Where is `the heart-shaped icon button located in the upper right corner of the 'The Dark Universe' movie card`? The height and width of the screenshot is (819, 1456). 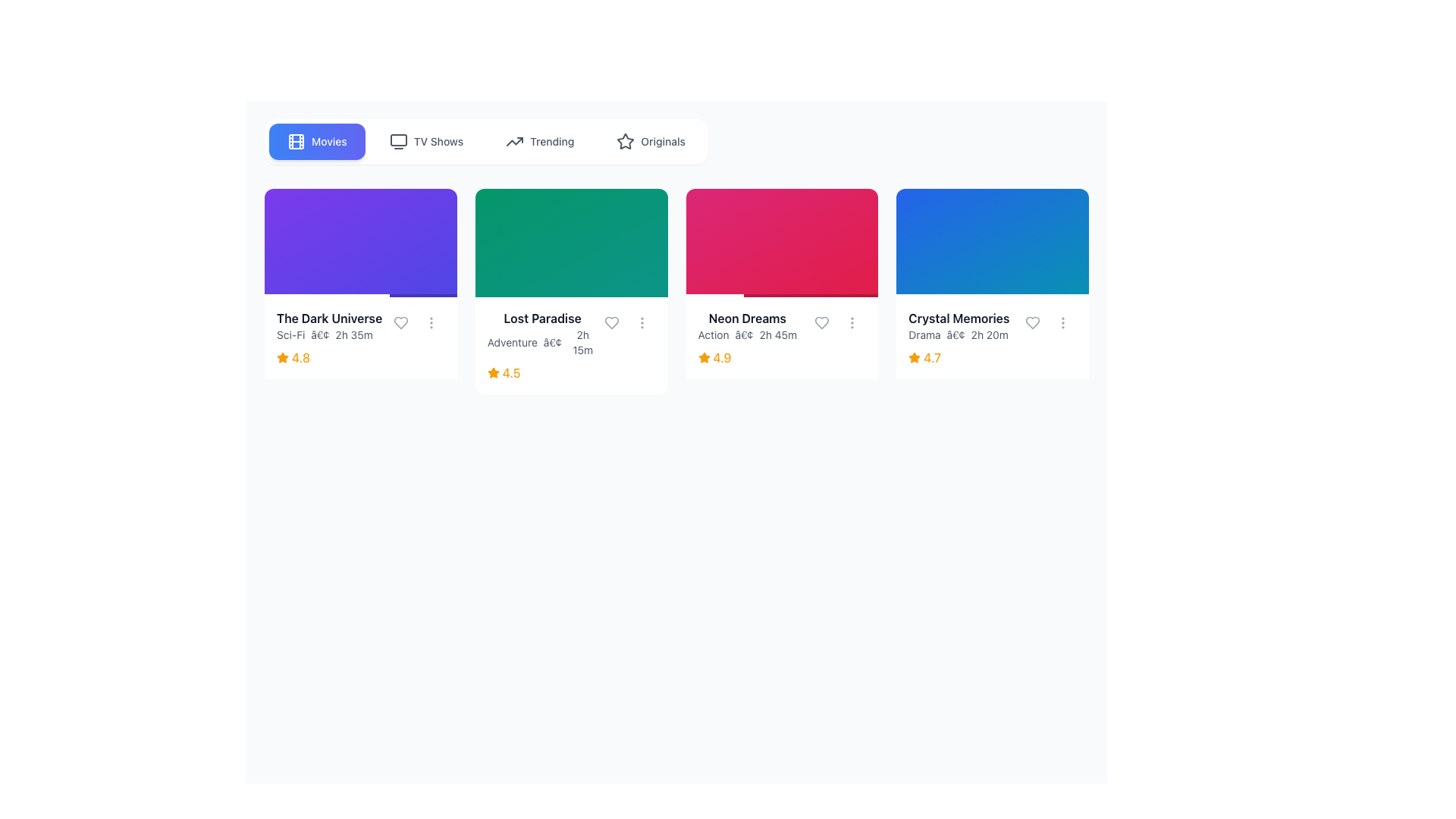
the heart-shaped icon button located in the upper right corner of the 'The Dark Universe' movie card is located at coordinates (400, 322).